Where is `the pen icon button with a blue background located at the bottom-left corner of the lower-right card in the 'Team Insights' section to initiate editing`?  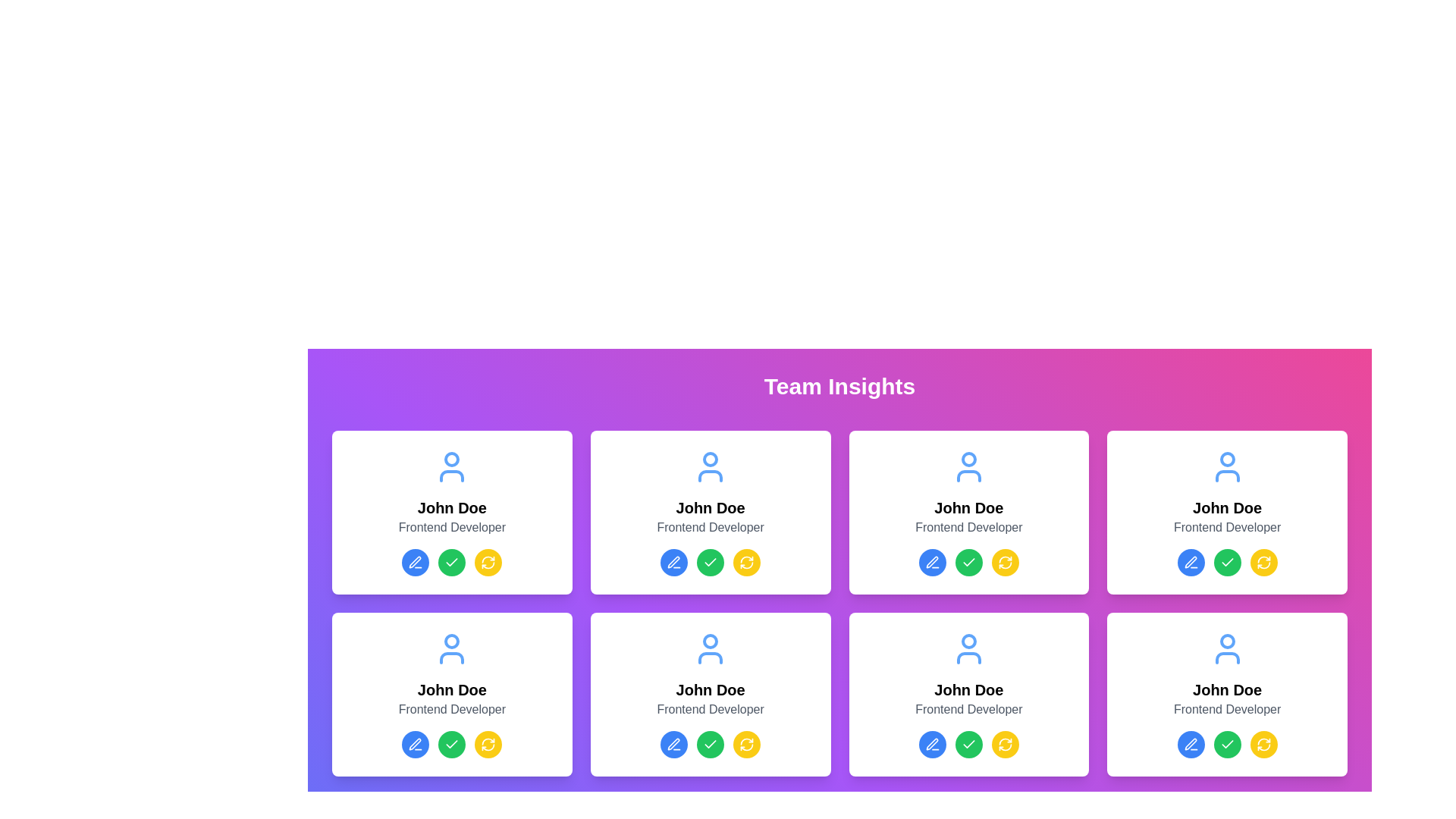
the pen icon button with a blue background located at the bottom-left corner of the lower-right card in the 'Team Insights' section to initiate editing is located at coordinates (931, 744).